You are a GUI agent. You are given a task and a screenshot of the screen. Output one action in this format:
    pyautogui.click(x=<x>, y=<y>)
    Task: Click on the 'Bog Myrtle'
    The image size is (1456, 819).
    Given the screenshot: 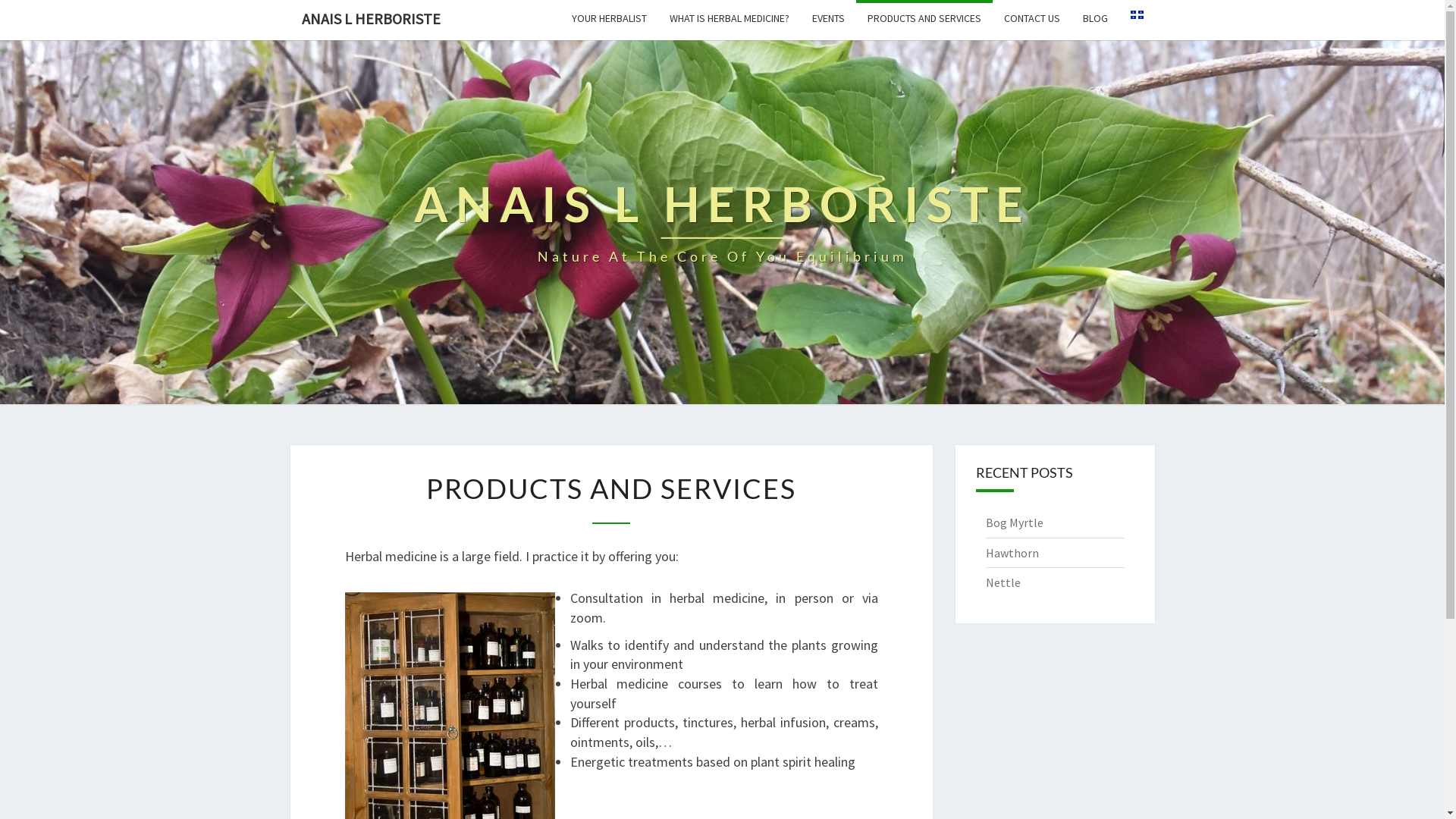 What is the action you would take?
    pyautogui.click(x=1015, y=522)
    